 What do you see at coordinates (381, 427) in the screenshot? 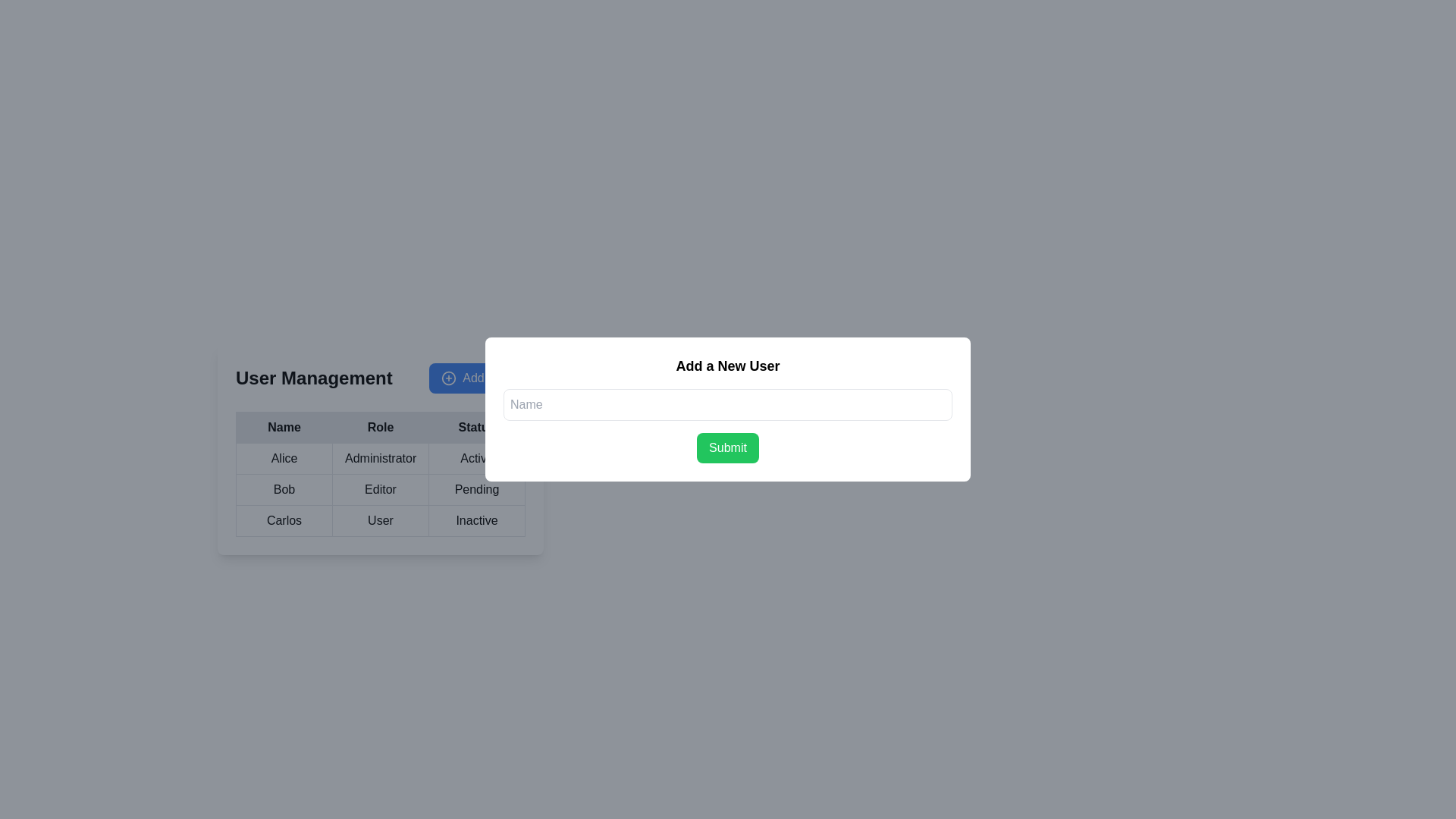
I see `the text label displaying 'Role' in the second column header of the table` at bounding box center [381, 427].